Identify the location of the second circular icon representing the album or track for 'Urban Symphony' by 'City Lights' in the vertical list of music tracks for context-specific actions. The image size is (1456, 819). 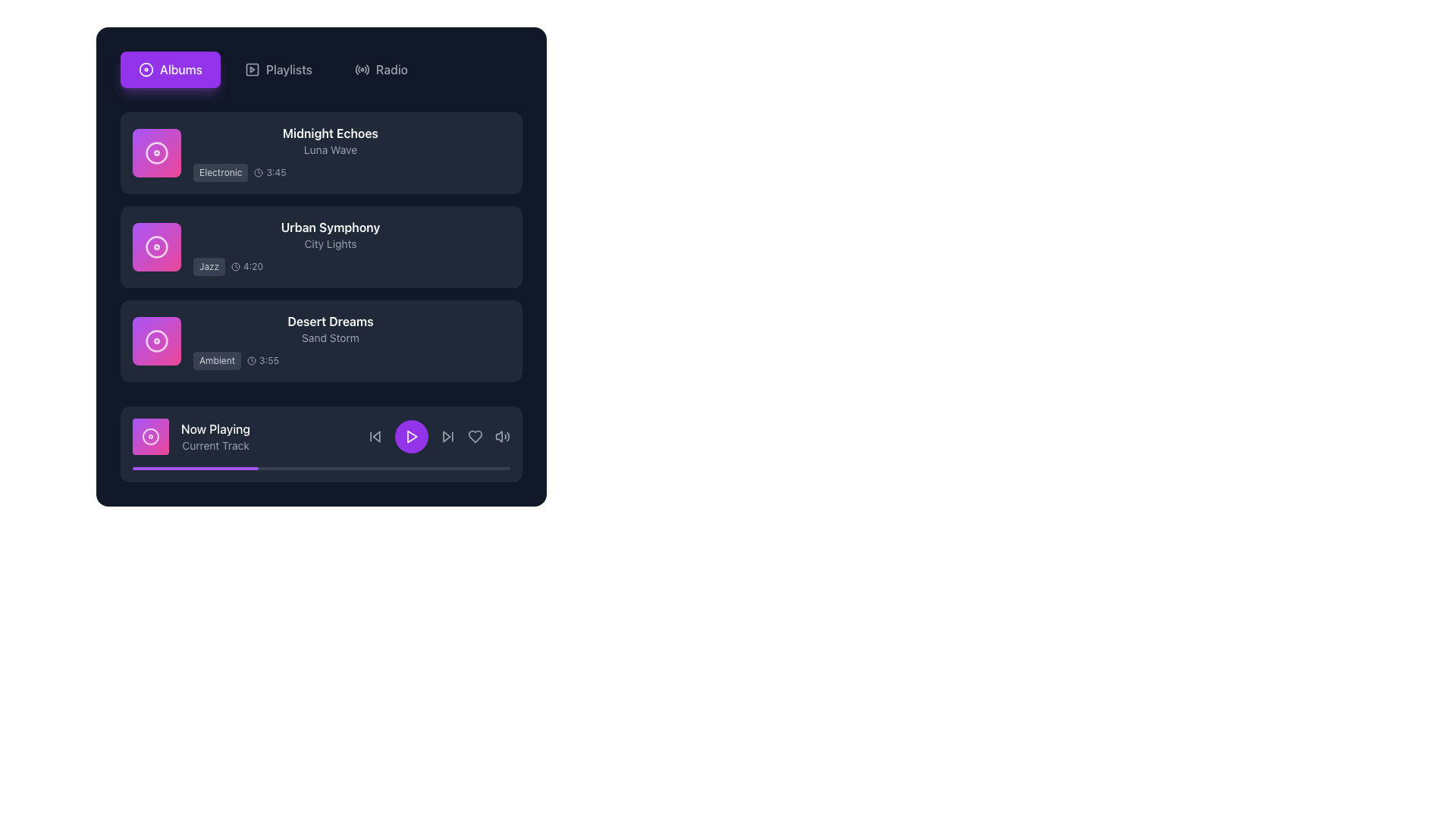
(156, 246).